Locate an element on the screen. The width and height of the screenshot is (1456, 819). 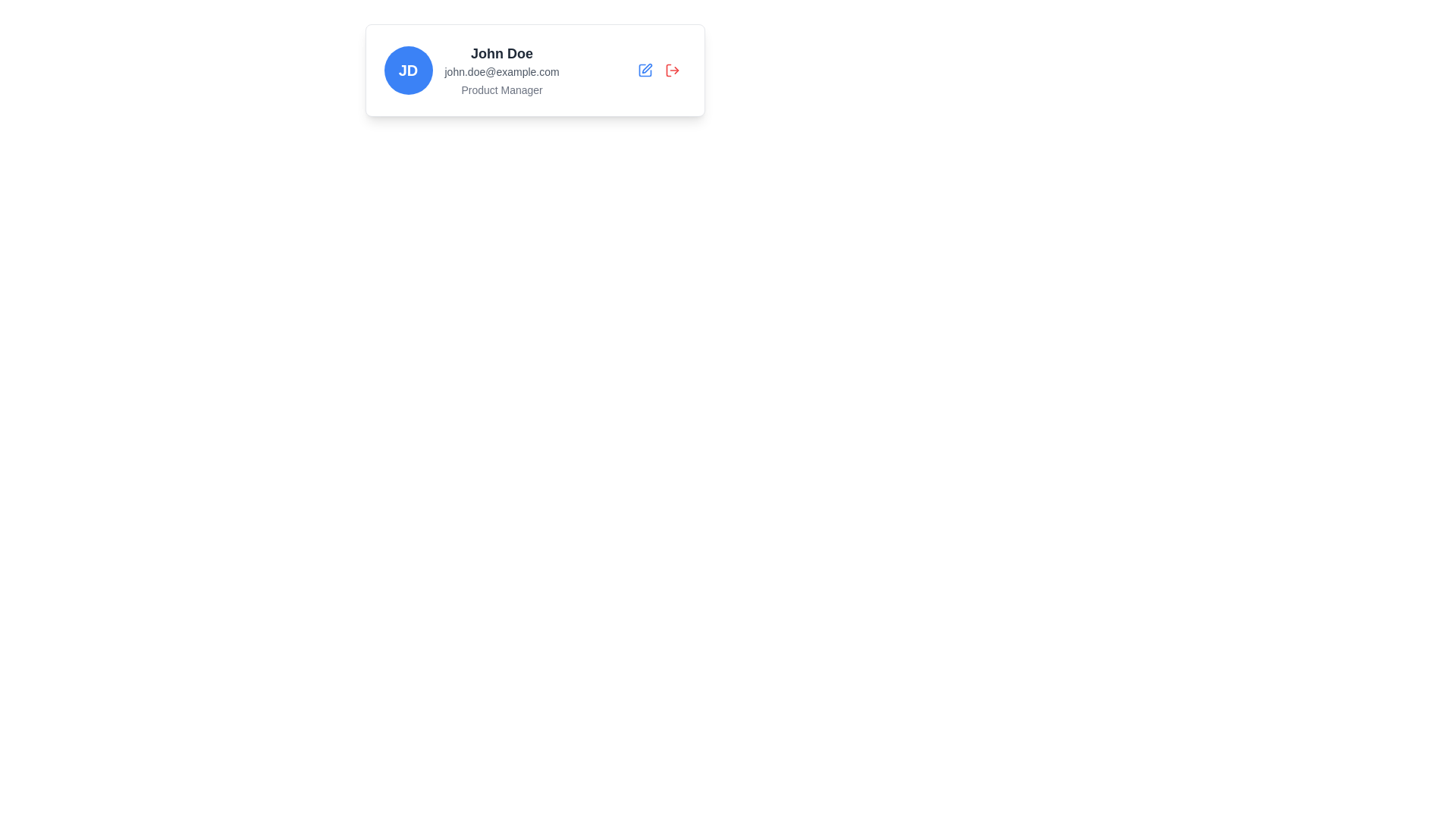
the red logout icon located at the top-right of the profile card is located at coordinates (658, 70).